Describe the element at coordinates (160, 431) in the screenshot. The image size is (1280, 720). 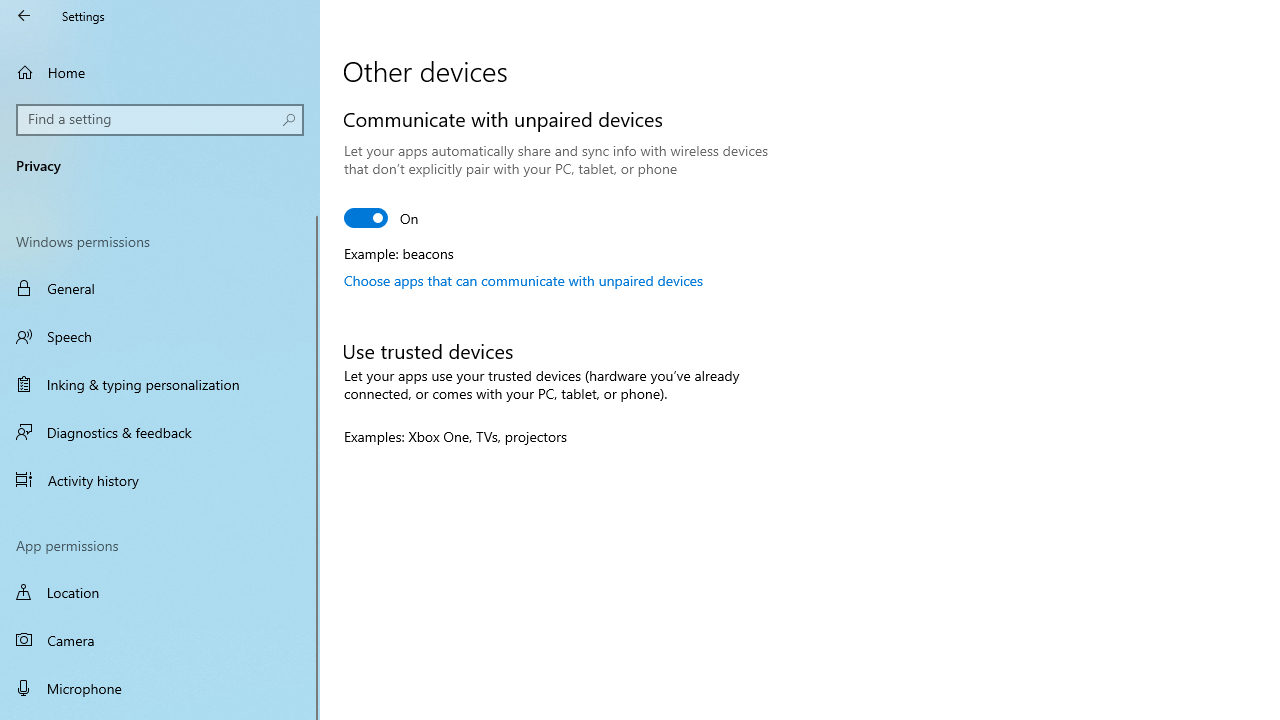
I see `'Diagnostics & feedback'` at that location.